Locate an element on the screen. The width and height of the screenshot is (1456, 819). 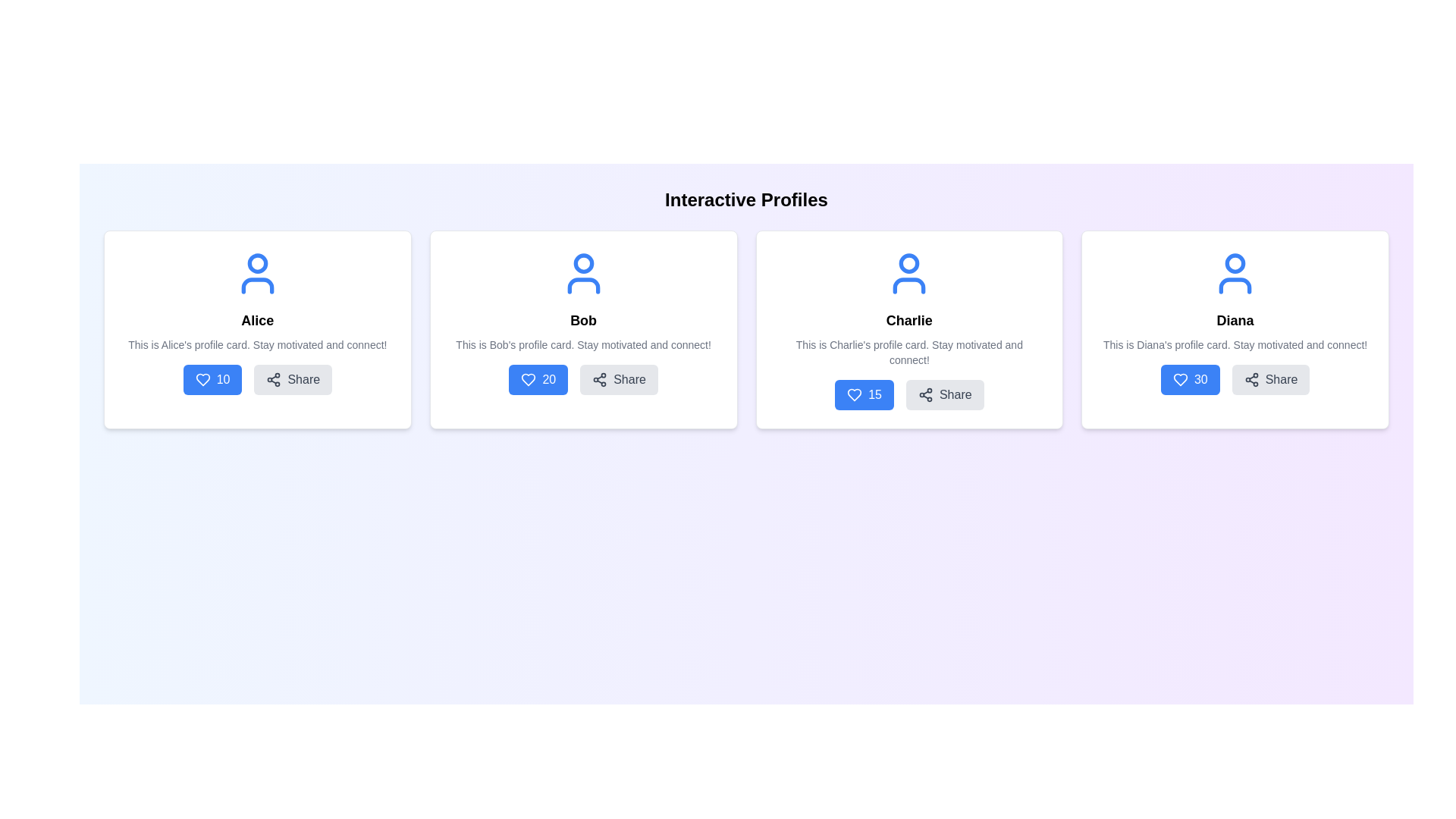
the profile icon located at the upper section of the profile card labeled 'Charlie', which is the third card in a horizontal list is located at coordinates (909, 274).